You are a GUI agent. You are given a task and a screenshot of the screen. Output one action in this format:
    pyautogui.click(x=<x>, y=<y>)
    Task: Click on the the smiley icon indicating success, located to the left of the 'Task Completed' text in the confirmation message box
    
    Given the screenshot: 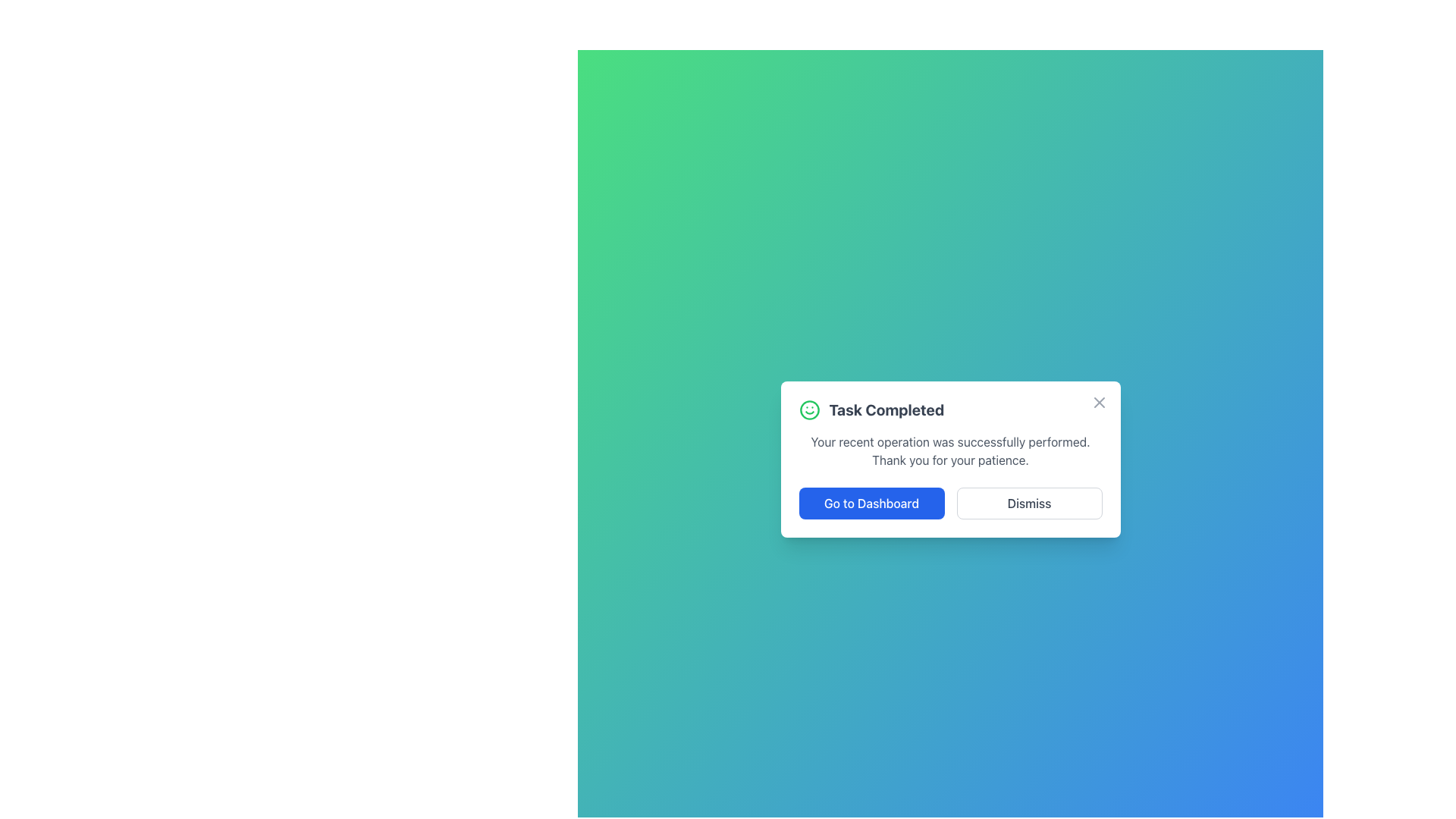 What is the action you would take?
    pyautogui.click(x=808, y=409)
    